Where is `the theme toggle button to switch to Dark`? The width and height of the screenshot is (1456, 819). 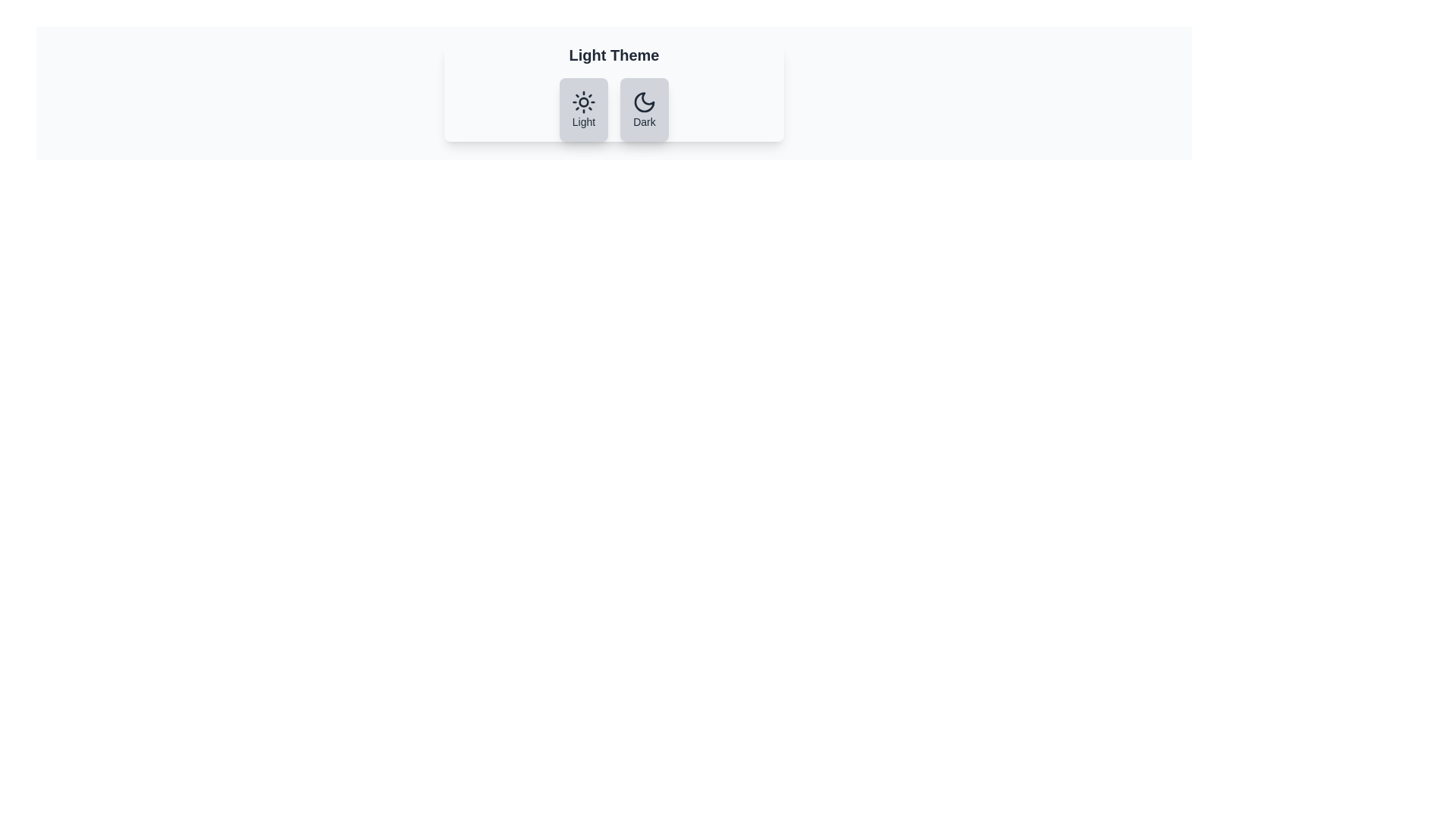 the theme toggle button to switch to Dark is located at coordinates (644, 109).